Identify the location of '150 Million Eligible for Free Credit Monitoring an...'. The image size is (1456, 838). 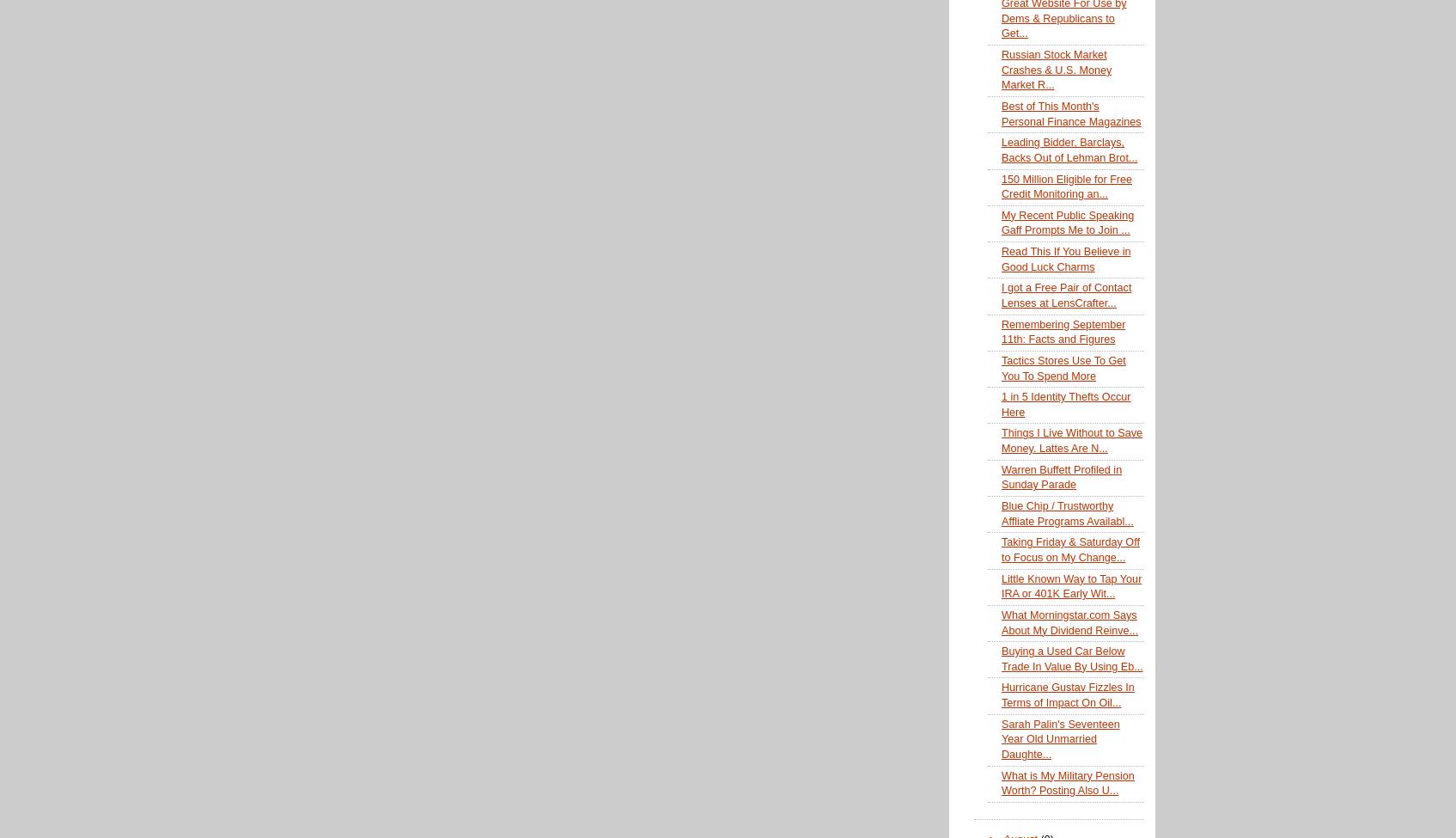
(1000, 187).